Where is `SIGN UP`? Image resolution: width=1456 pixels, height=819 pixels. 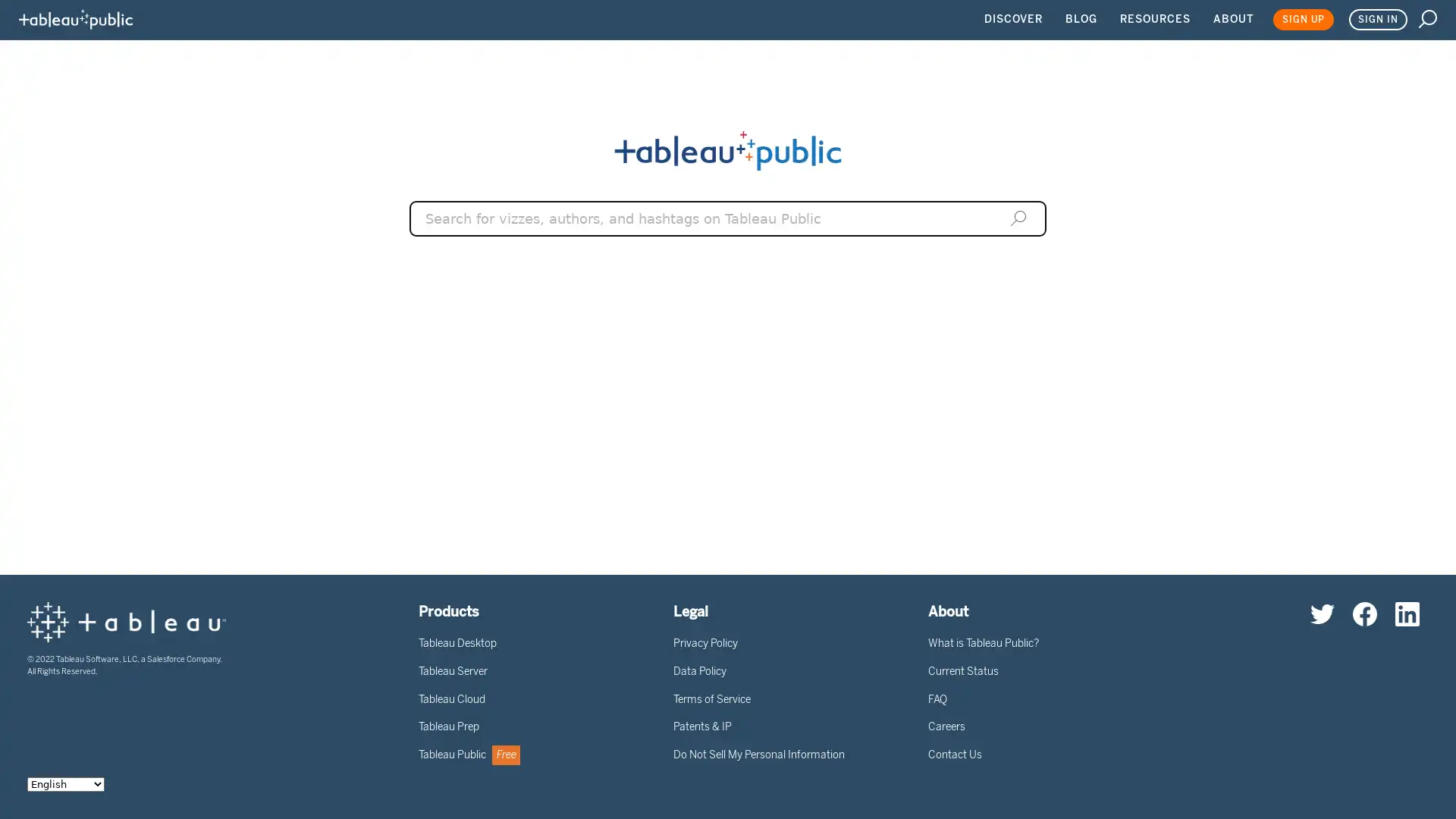 SIGN UP is located at coordinates (1302, 20).